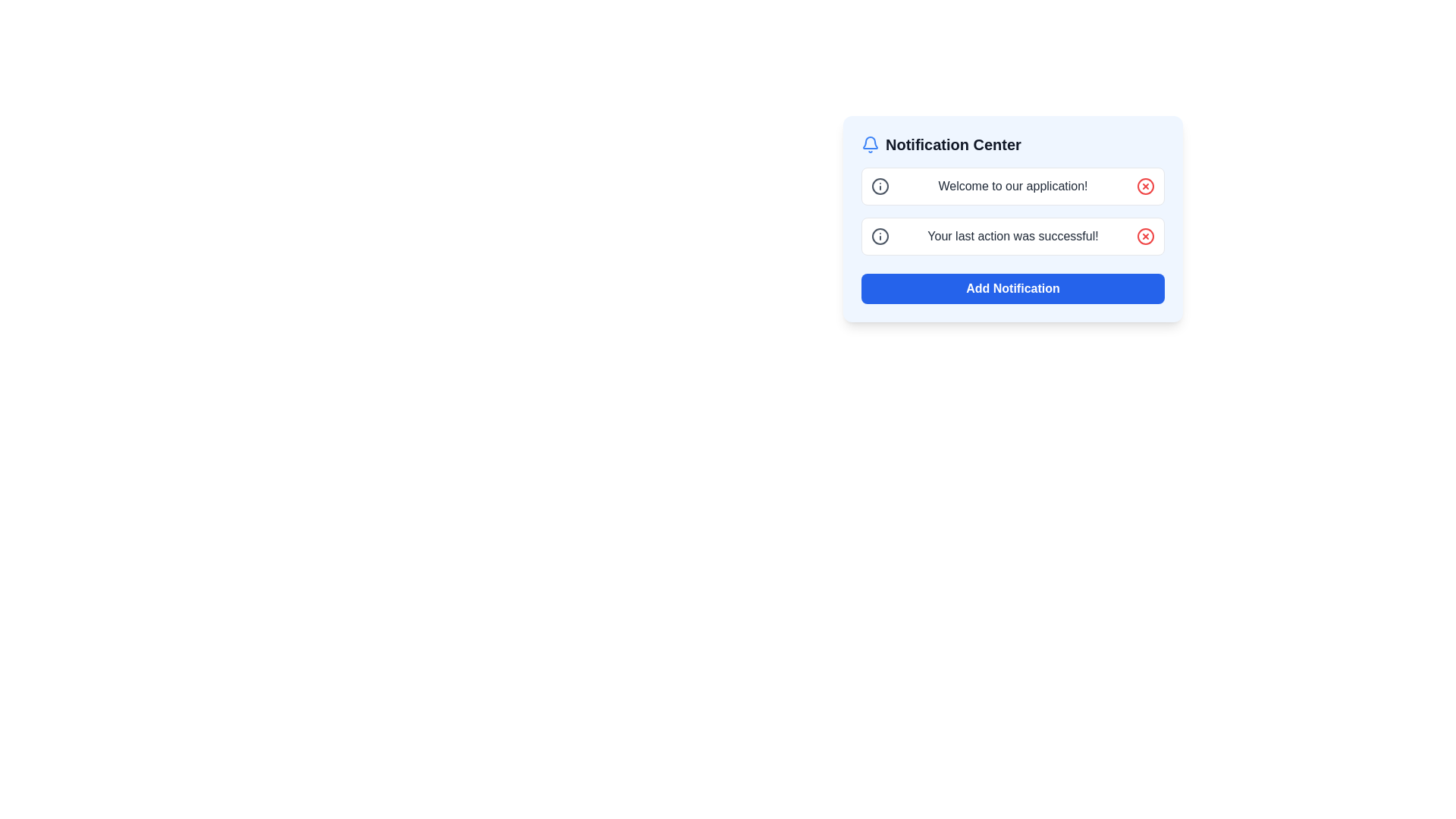 The width and height of the screenshot is (1456, 819). I want to click on the outer circular component of the icon representing informational content, located at the top left of the 'Notification Center' card, so click(880, 237).